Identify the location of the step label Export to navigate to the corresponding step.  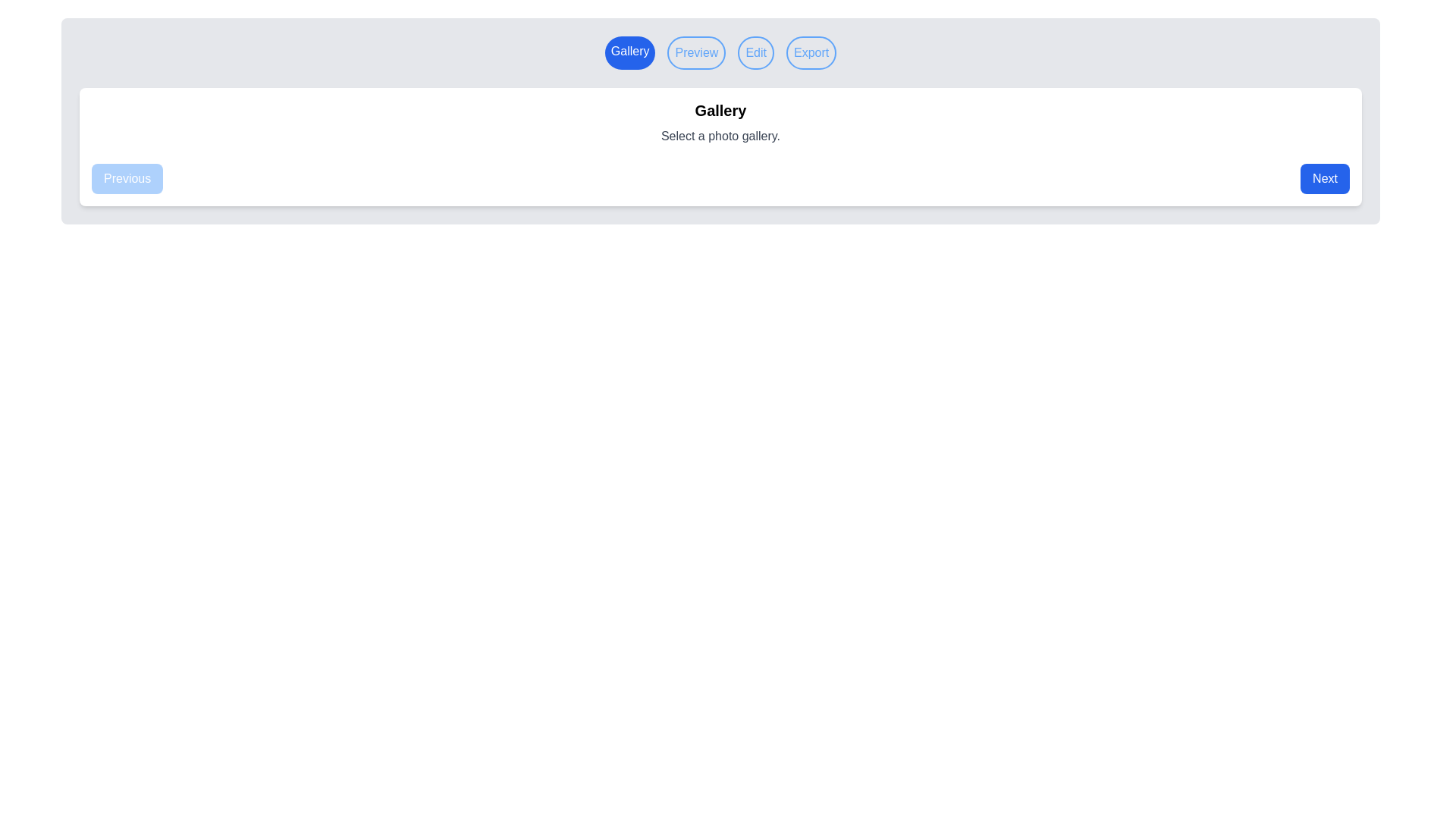
(811, 52).